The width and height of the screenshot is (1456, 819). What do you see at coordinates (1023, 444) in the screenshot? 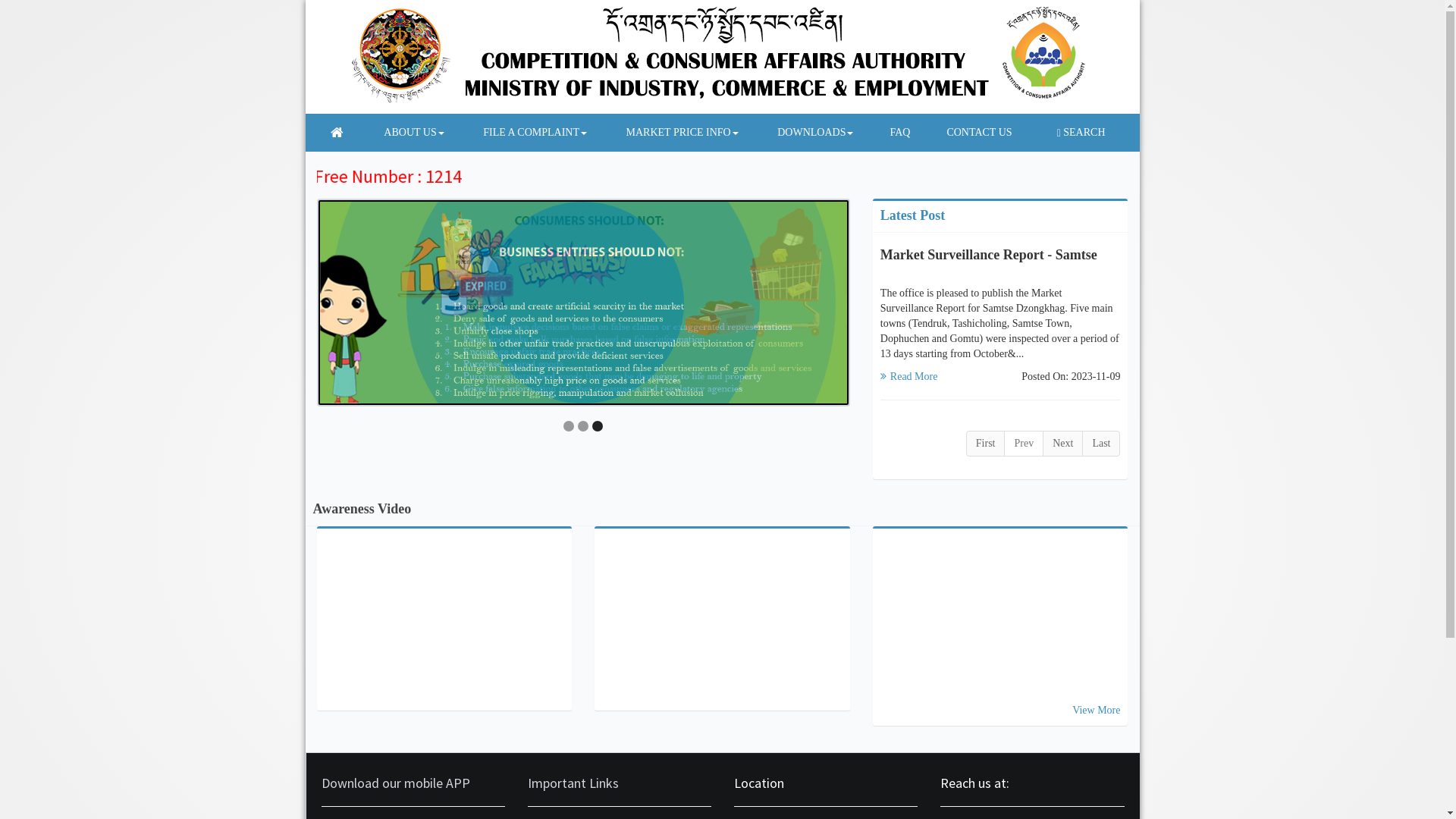
I see `'Prev'` at bounding box center [1023, 444].